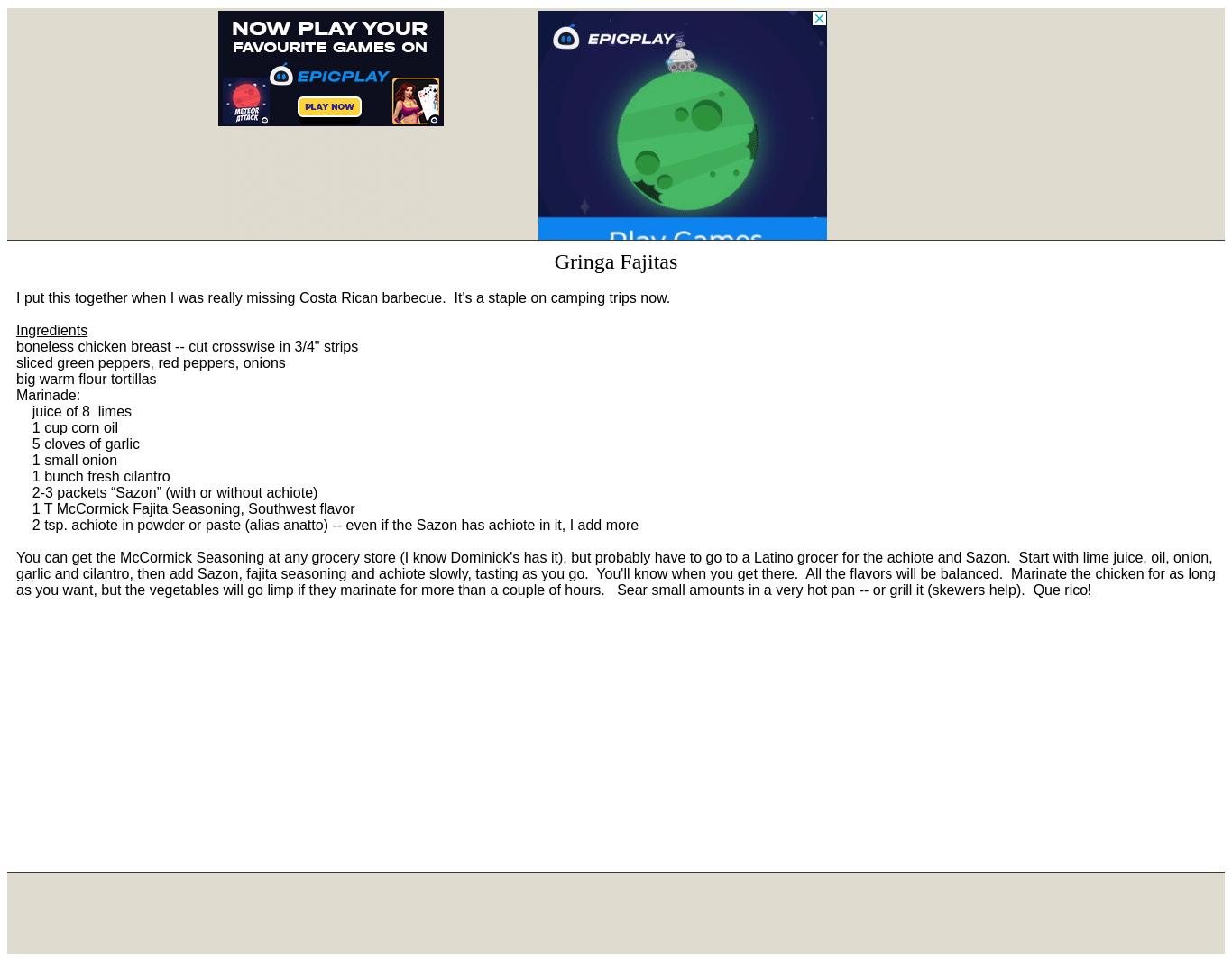 The width and height of the screenshot is (1232, 961). Describe the element at coordinates (78, 444) in the screenshot. I see `'5 cloves of garlic'` at that location.